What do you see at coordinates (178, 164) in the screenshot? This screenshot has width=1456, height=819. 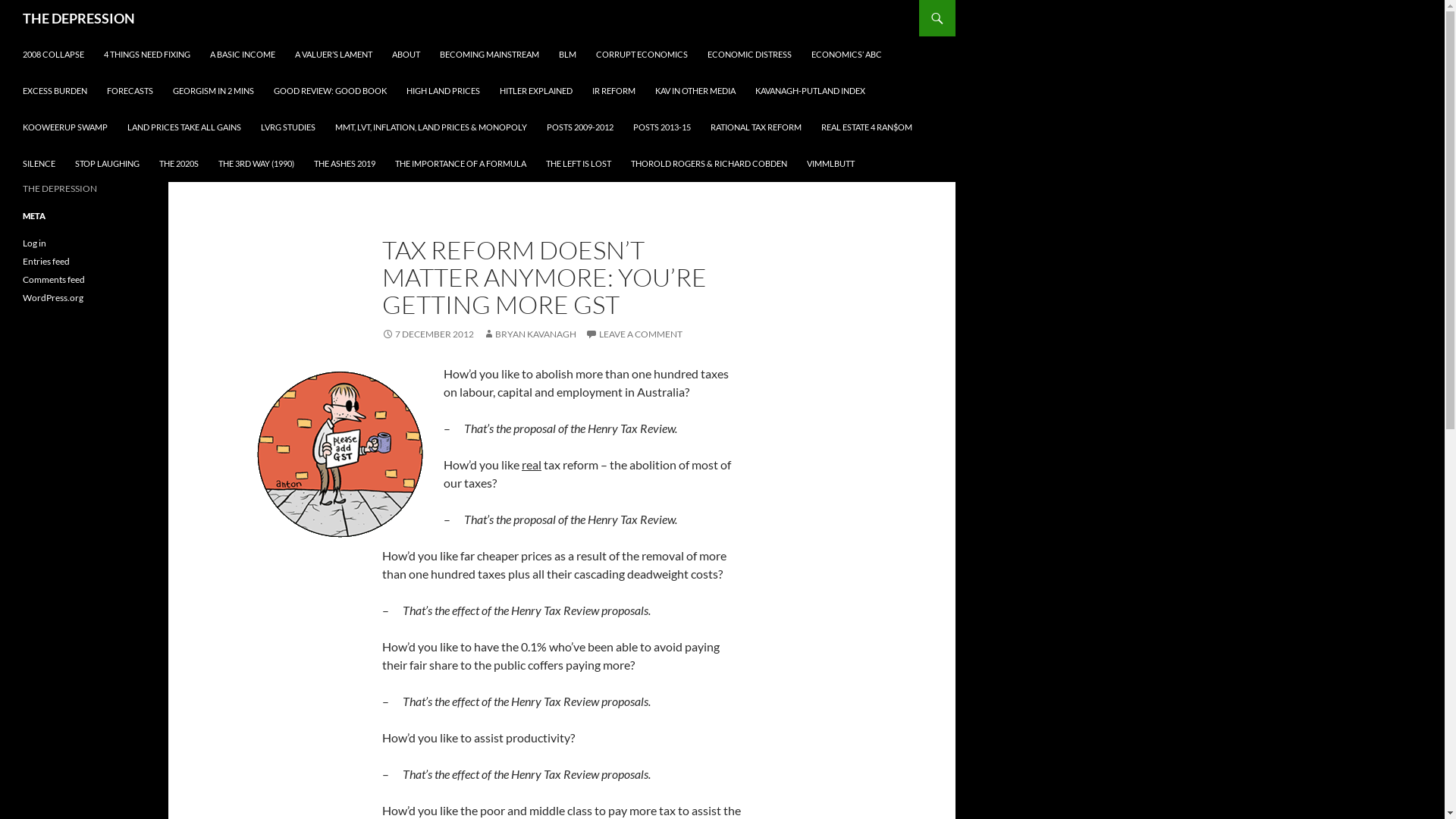 I see `'THE 2020S'` at bounding box center [178, 164].